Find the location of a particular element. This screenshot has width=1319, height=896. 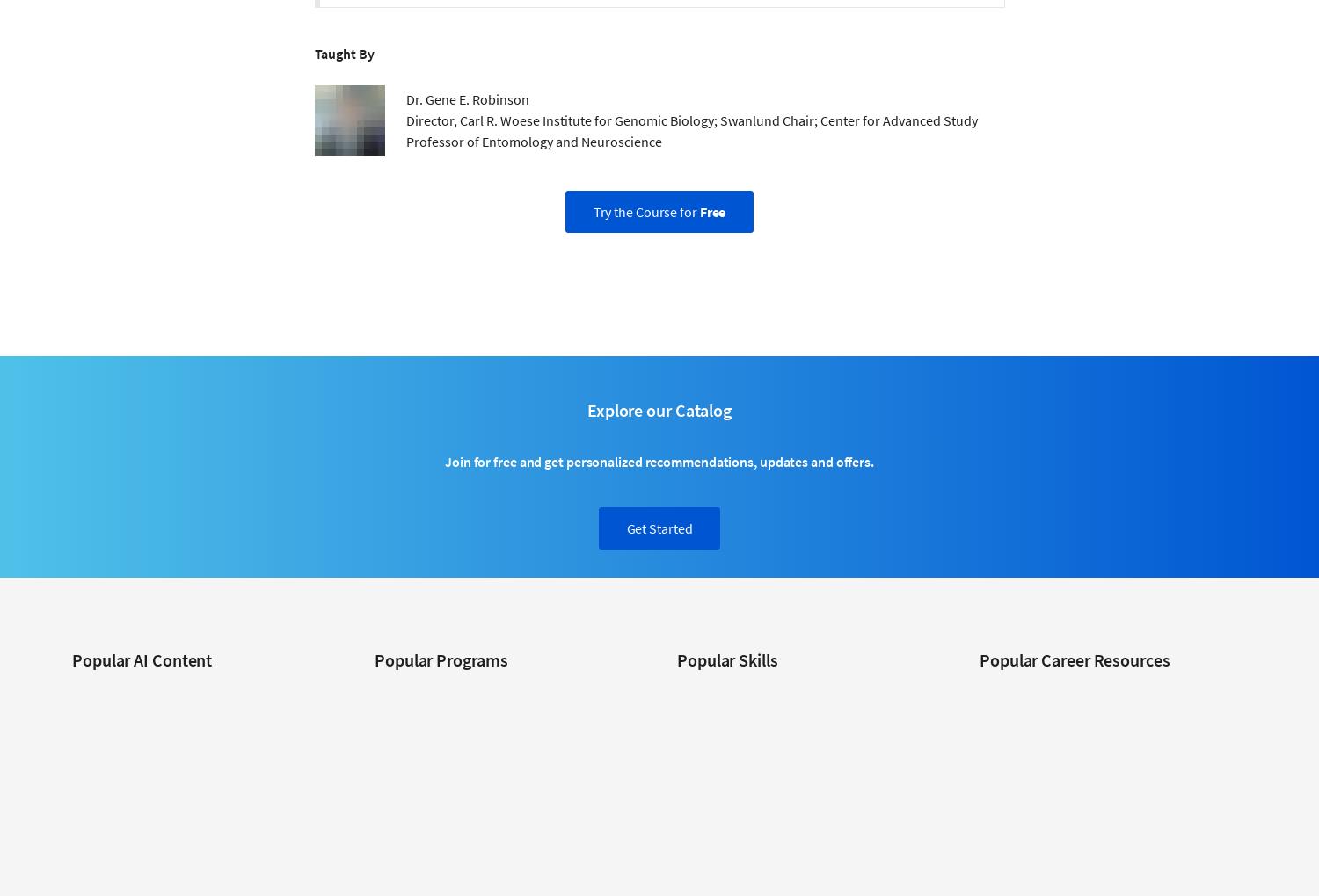

'Google Data Analytics Professional Certificate' is located at coordinates (493, 718).